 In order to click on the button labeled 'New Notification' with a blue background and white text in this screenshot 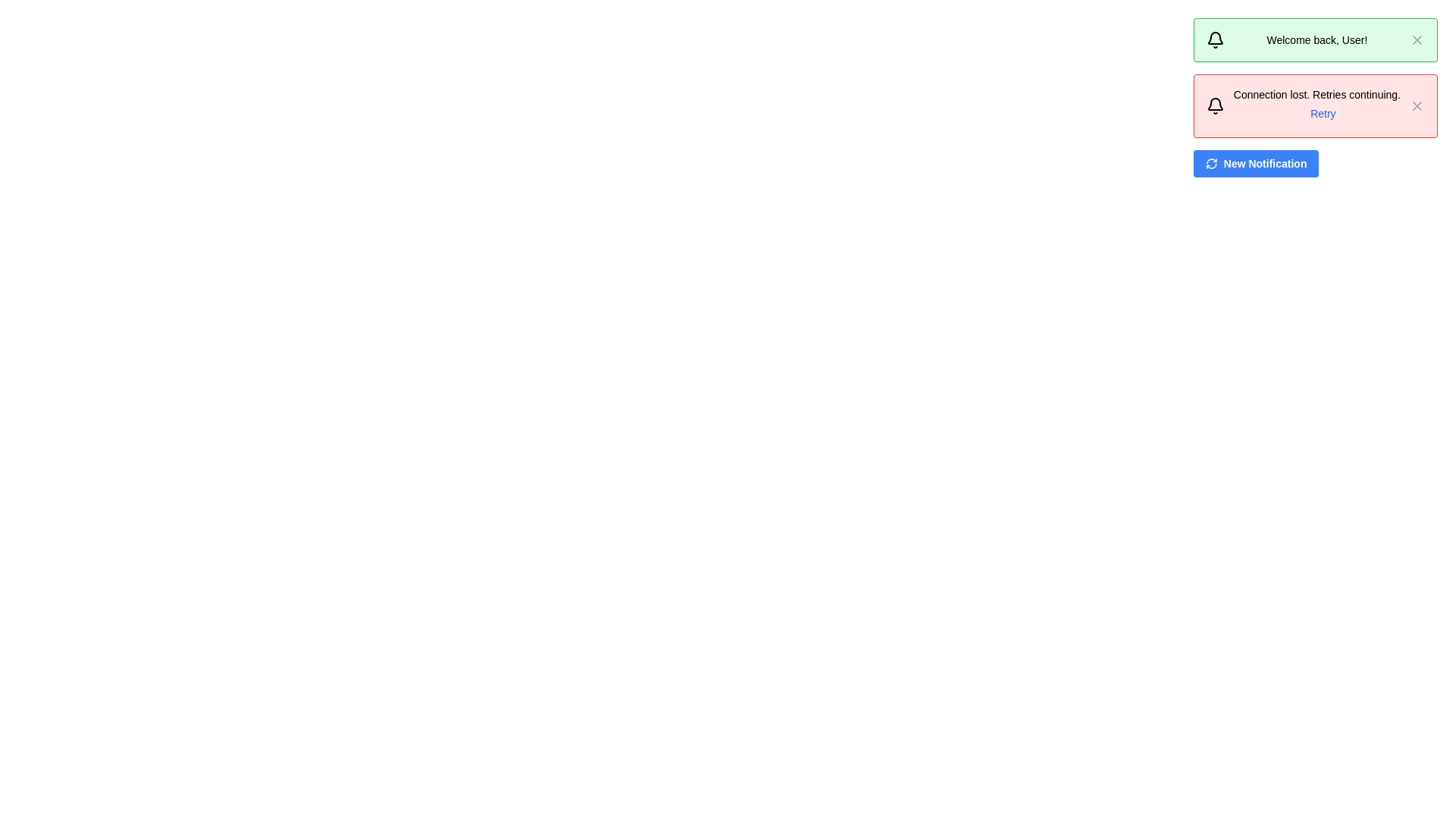, I will do `click(1256, 164)`.